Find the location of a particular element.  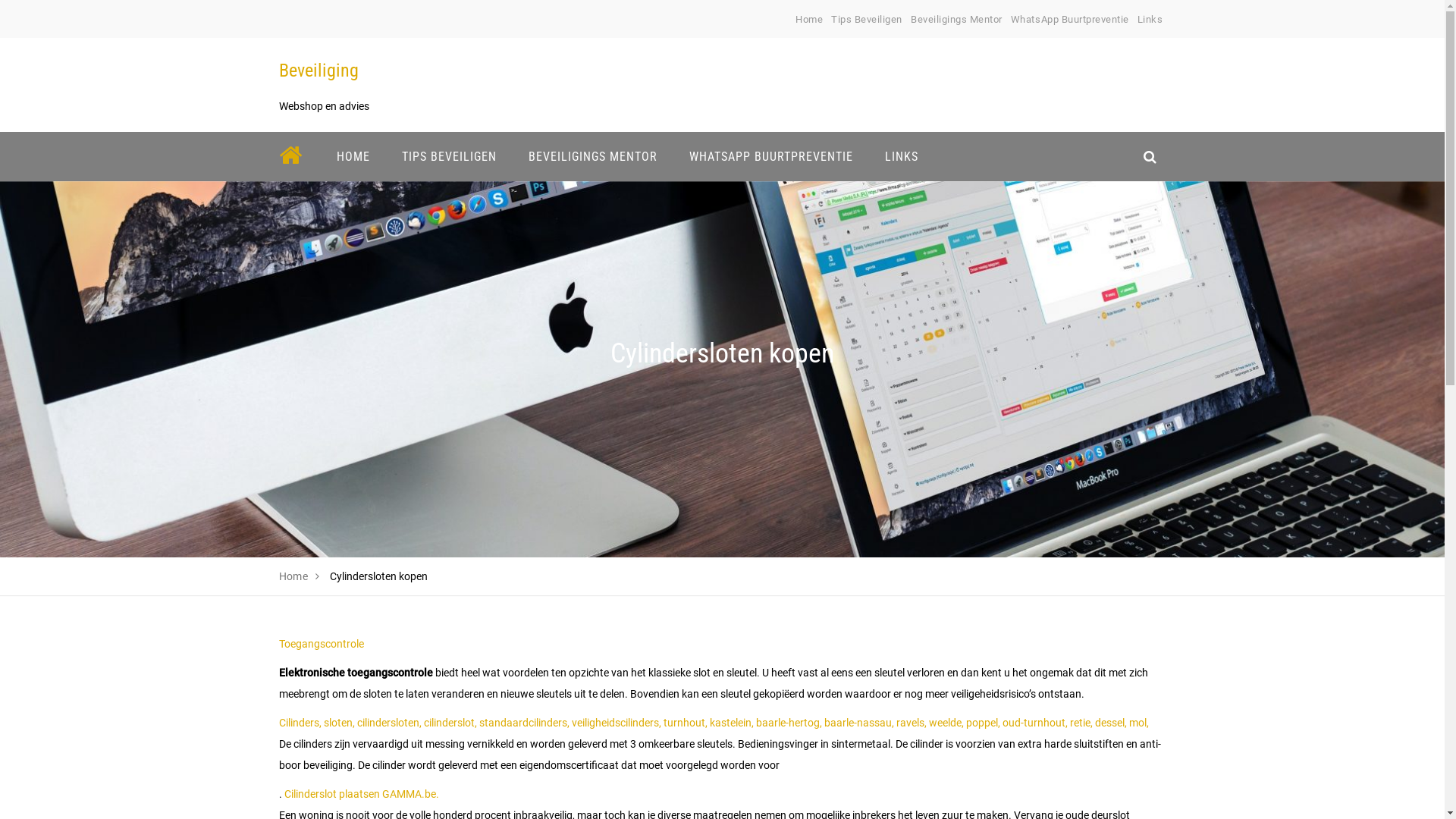

'Links' is located at coordinates (1150, 19).